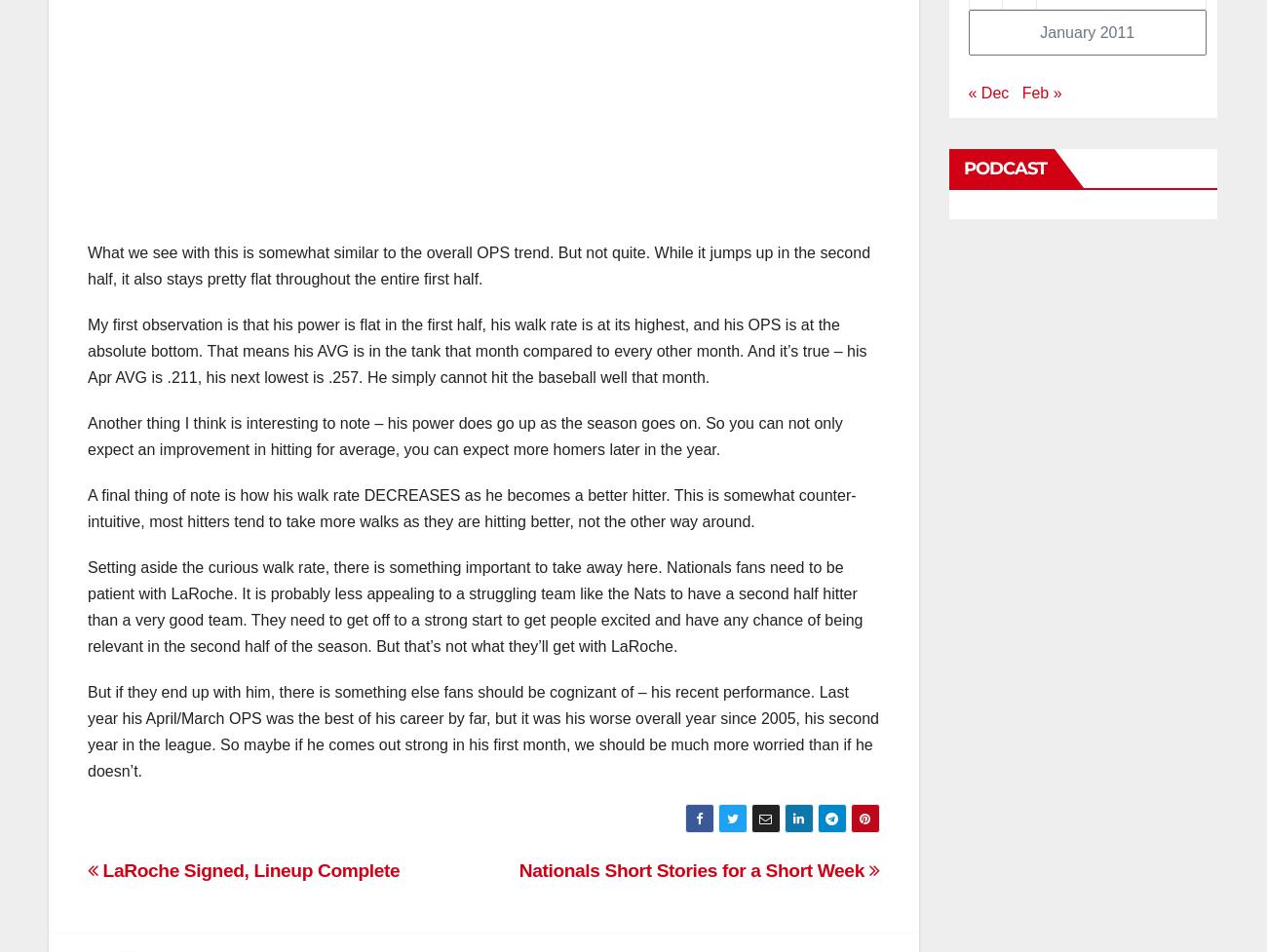  Describe the element at coordinates (477, 351) in the screenshot. I see `'My first observation is that his power is flat in the first half, his walk rate is at its highest, and his OPS is at the absolute bottom. That means his AVG is in the tank that month compared to every other month. And it’s true – his Apr AVG is .211, his next lowest is .257. He simply cannot hit the baseball well that month.'` at that location.